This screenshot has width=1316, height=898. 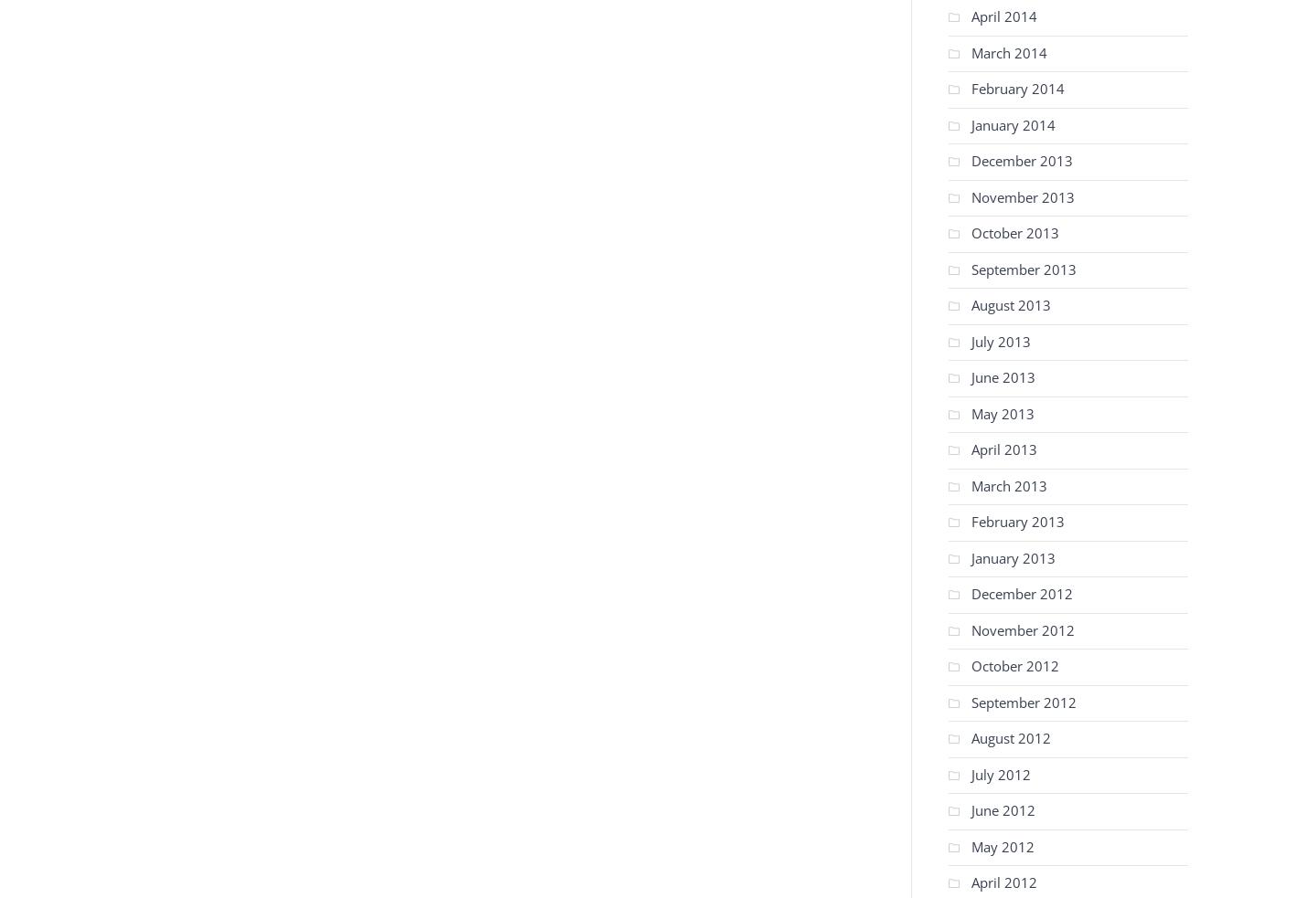 What do you see at coordinates (1012, 556) in the screenshot?
I see `'January 2013'` at bounding box center [1012, 556].